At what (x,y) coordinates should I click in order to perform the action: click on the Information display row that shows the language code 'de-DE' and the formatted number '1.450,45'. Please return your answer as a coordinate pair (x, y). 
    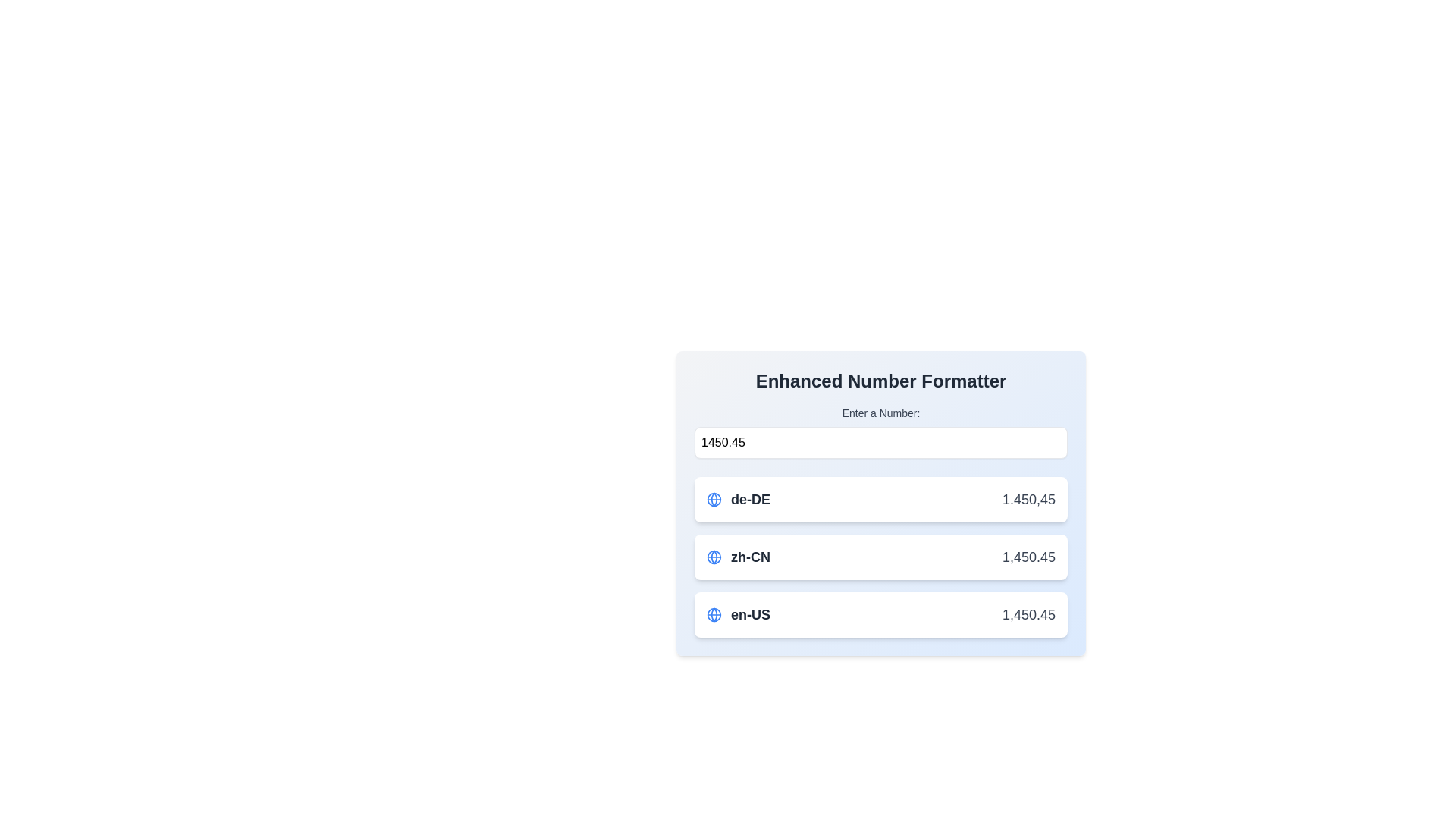
    Looking at the image, I should click on (880, 500).